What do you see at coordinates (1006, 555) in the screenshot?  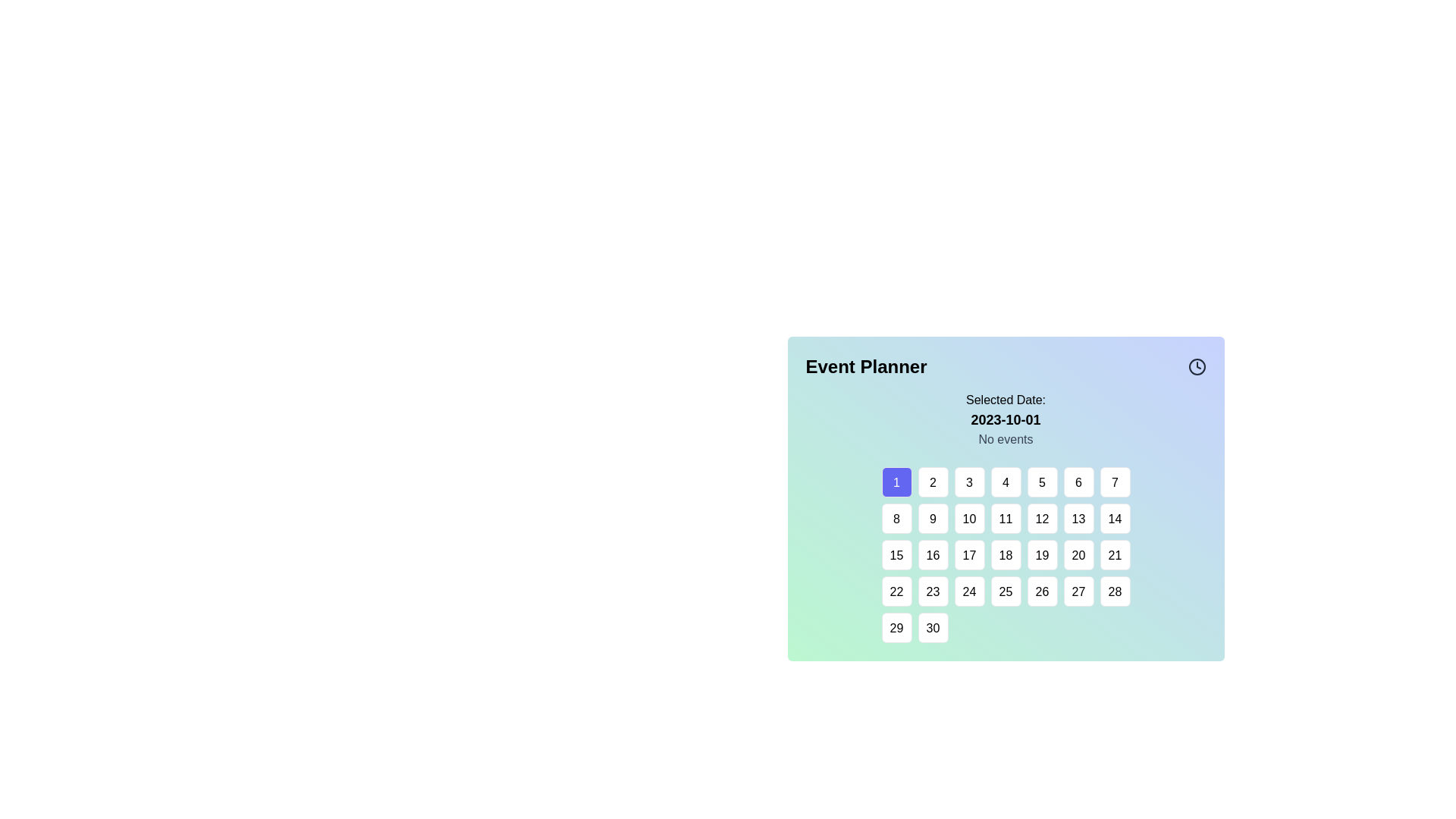 I see `the highlighted calendar date button numbered '18' in the third row and fourth column of the calendar grid in the 'Event Planner' interface` at bounding box center [1006, 555].